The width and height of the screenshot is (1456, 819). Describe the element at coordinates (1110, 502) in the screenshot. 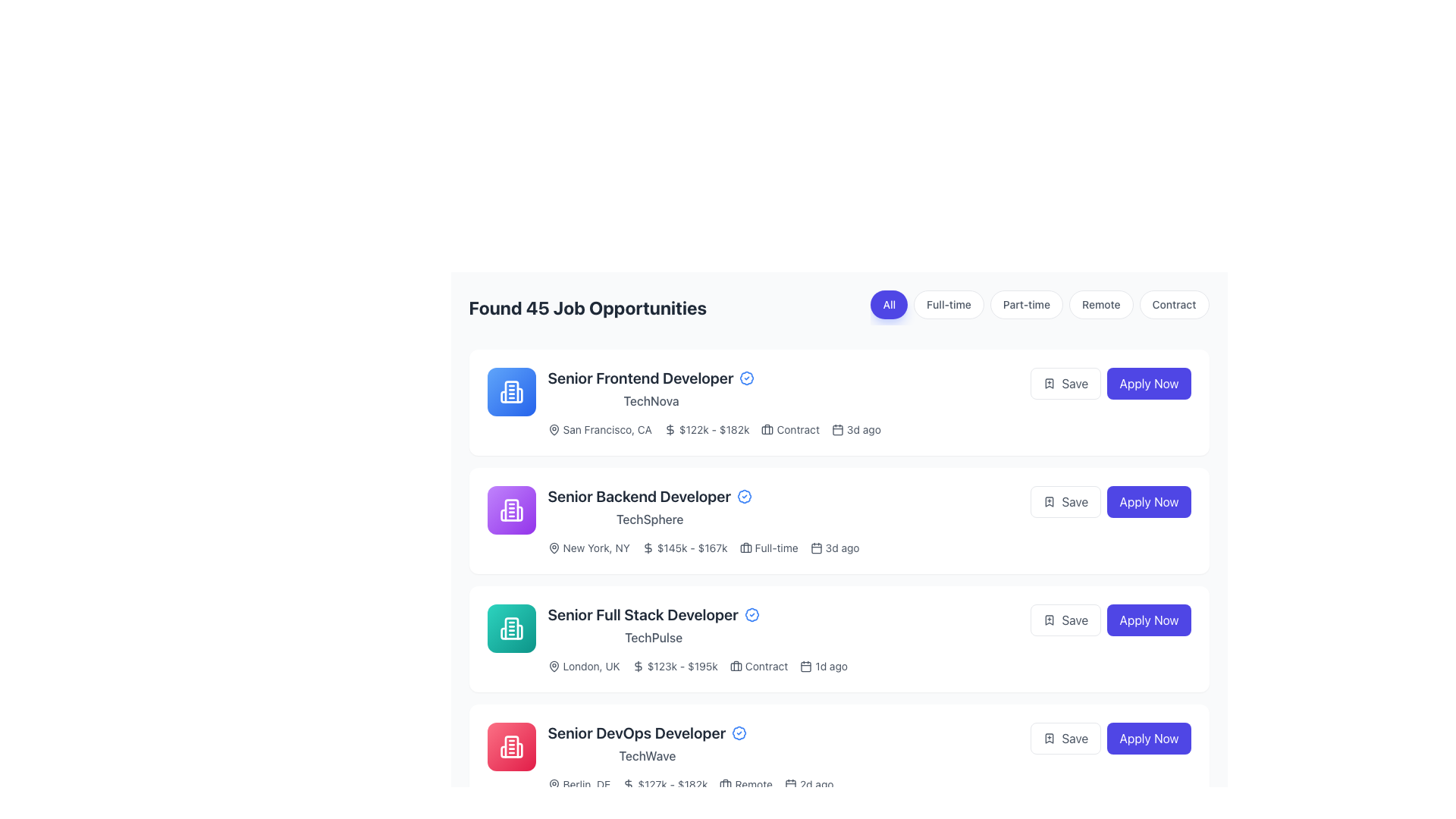

I see `the 'Apply Now' button with a purple background and white text, located in the job listing panel for the 'Senior Backend Developer' position by 'TechSphere'` at that location.